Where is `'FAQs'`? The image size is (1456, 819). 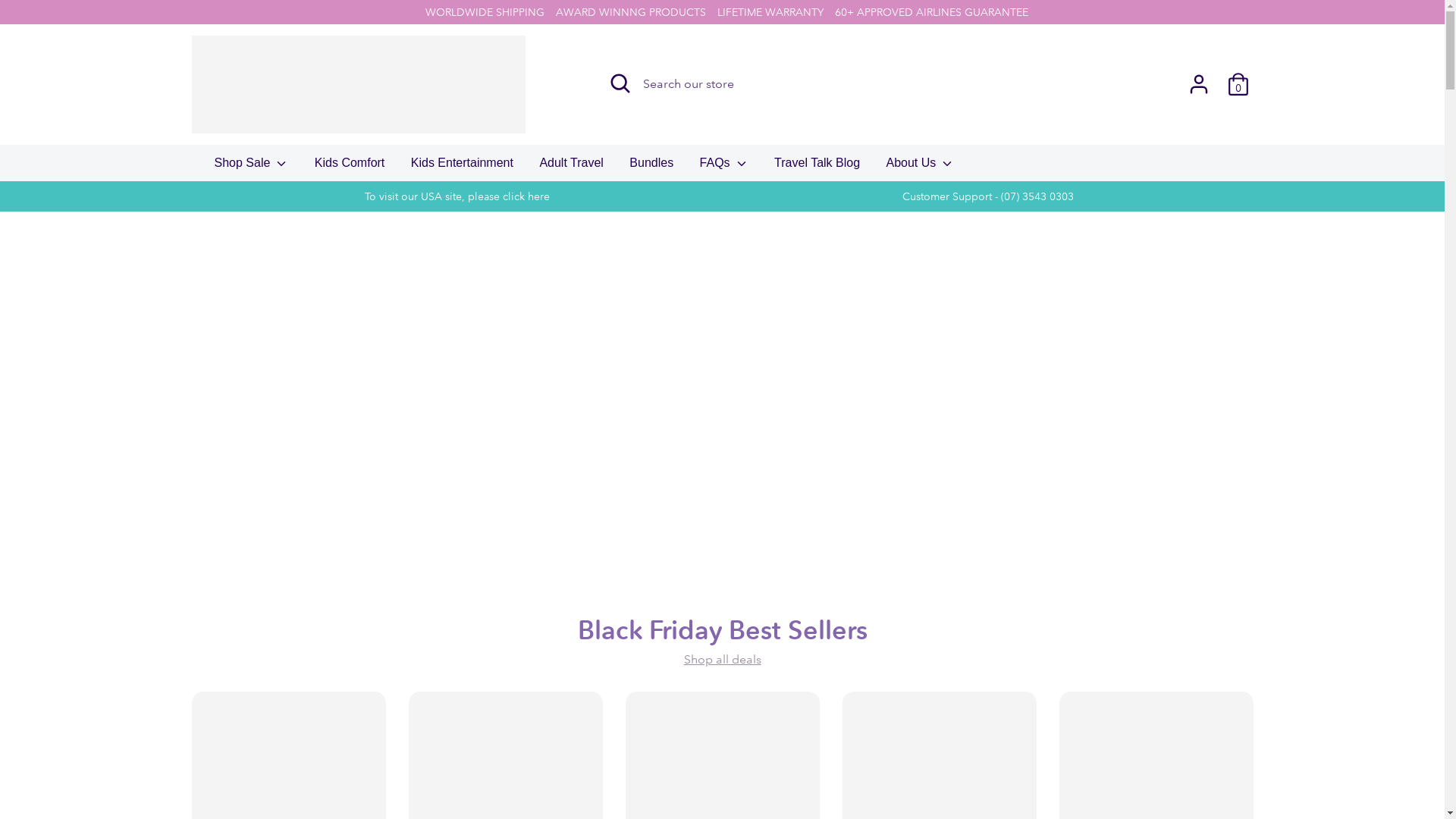 'FAQs' is located at coordinates (723, 167).